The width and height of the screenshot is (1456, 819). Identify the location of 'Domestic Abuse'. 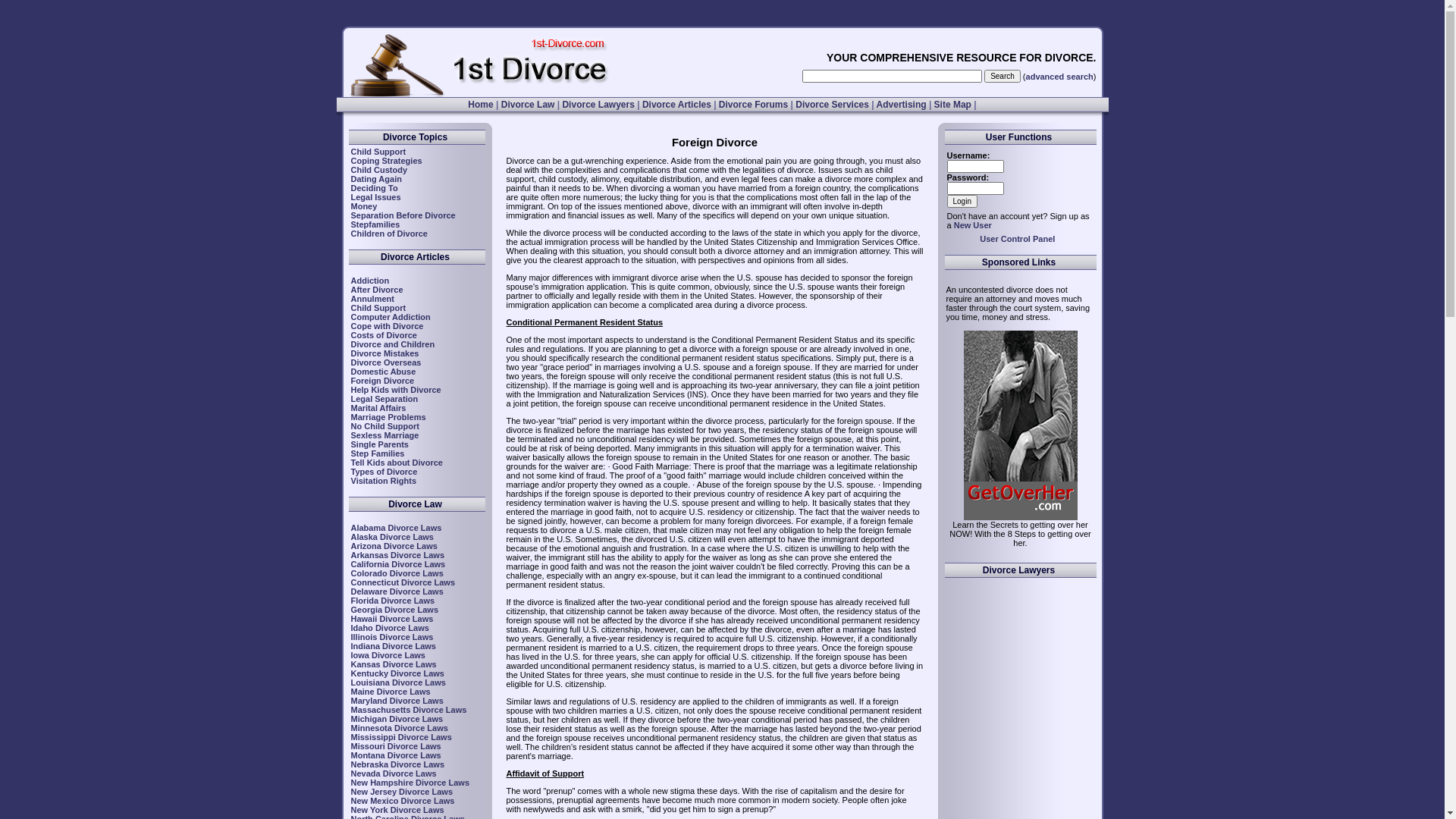
(382, 371).